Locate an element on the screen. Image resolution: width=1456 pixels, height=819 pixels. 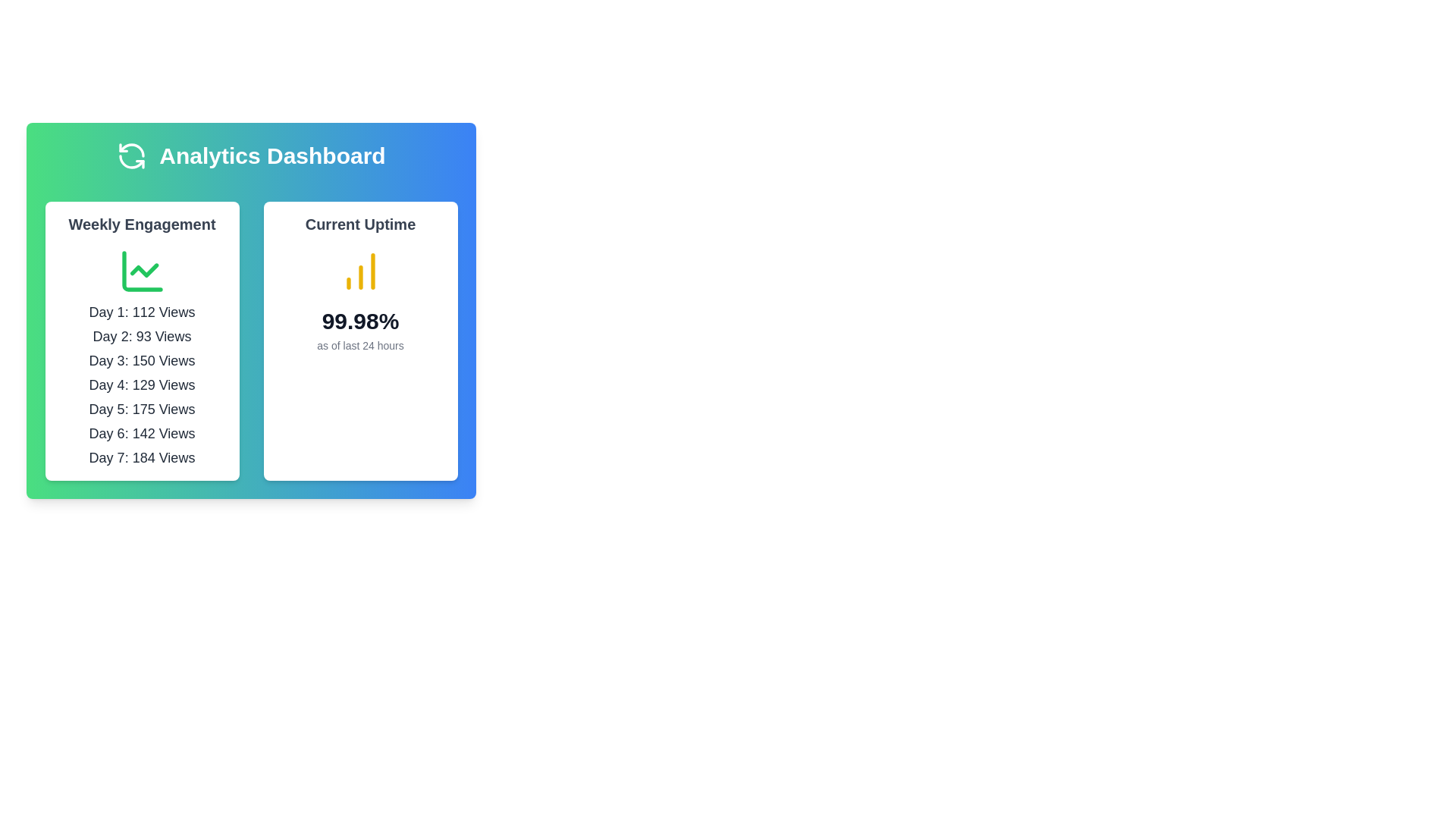
and analyze the daily view counts displayed in the text block of engagement statistics located in the left panel of the dashboard, below the 'Weekly Engagement' header and green line chart icon is located at coordinates (142, 384).